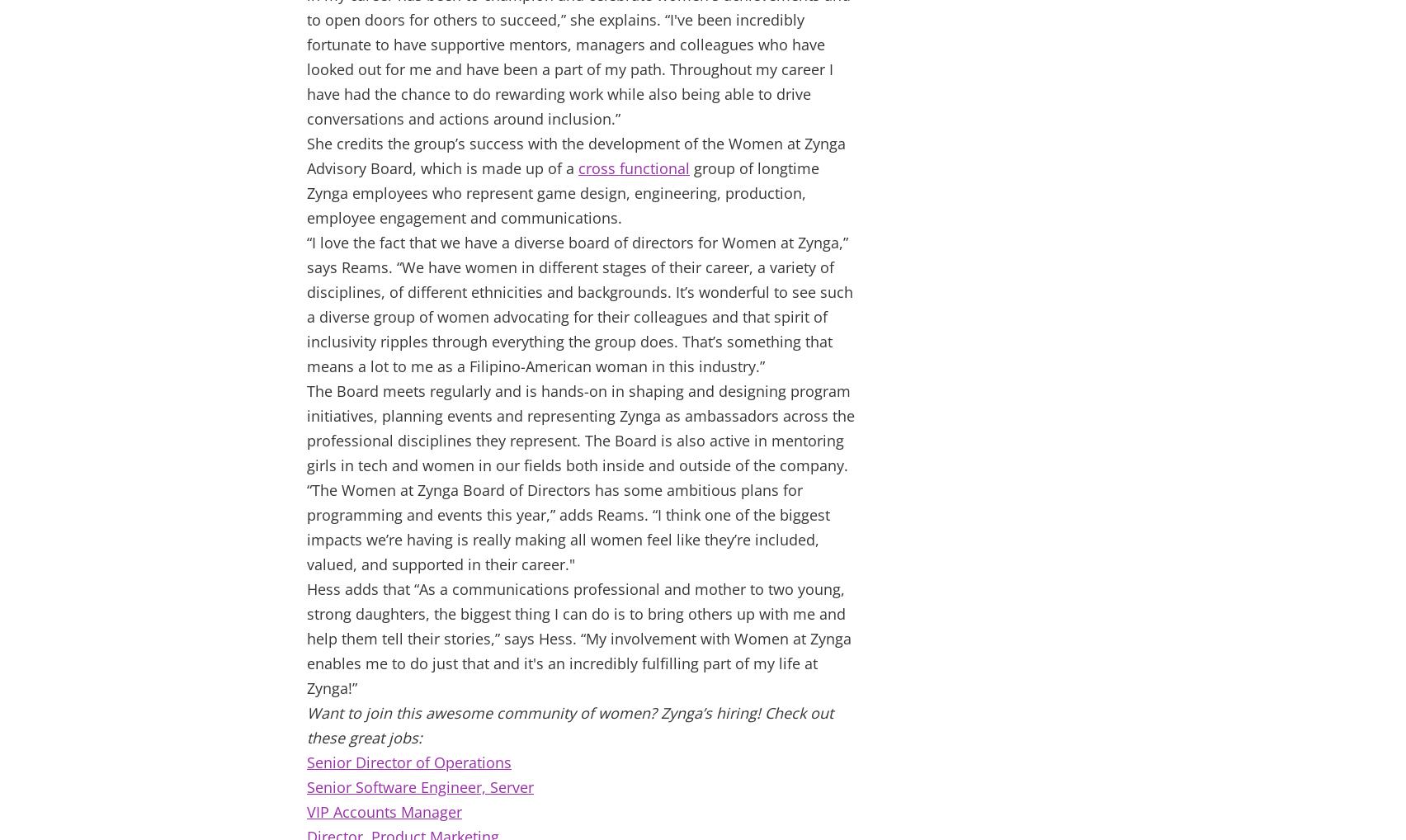 This screenshot has width=1406, height=840. I want to click on 'cross functional', so click(633, 168).